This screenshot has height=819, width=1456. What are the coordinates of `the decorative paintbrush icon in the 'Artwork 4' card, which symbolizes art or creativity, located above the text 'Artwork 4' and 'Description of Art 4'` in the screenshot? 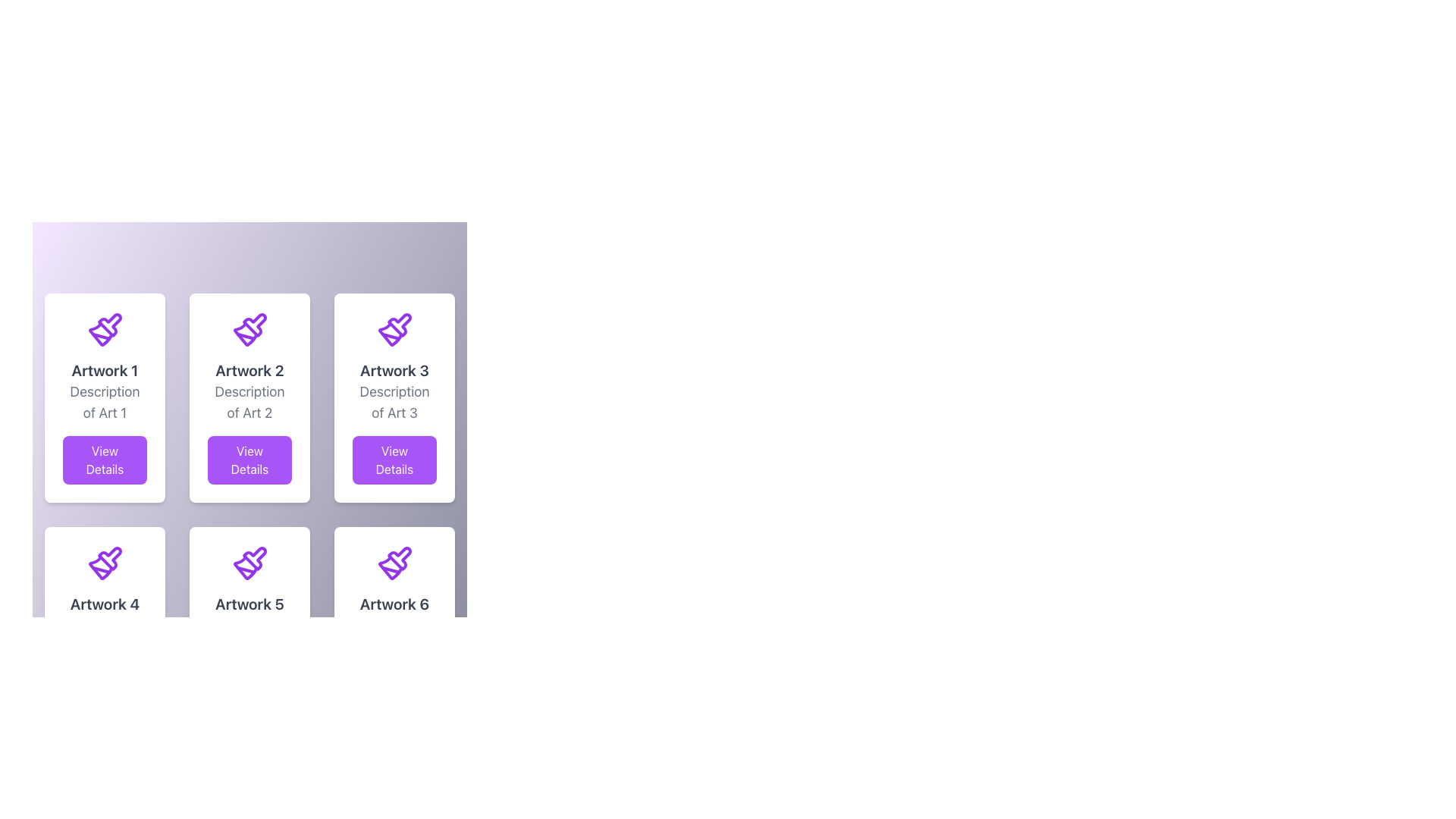 It's located at (104, 563).